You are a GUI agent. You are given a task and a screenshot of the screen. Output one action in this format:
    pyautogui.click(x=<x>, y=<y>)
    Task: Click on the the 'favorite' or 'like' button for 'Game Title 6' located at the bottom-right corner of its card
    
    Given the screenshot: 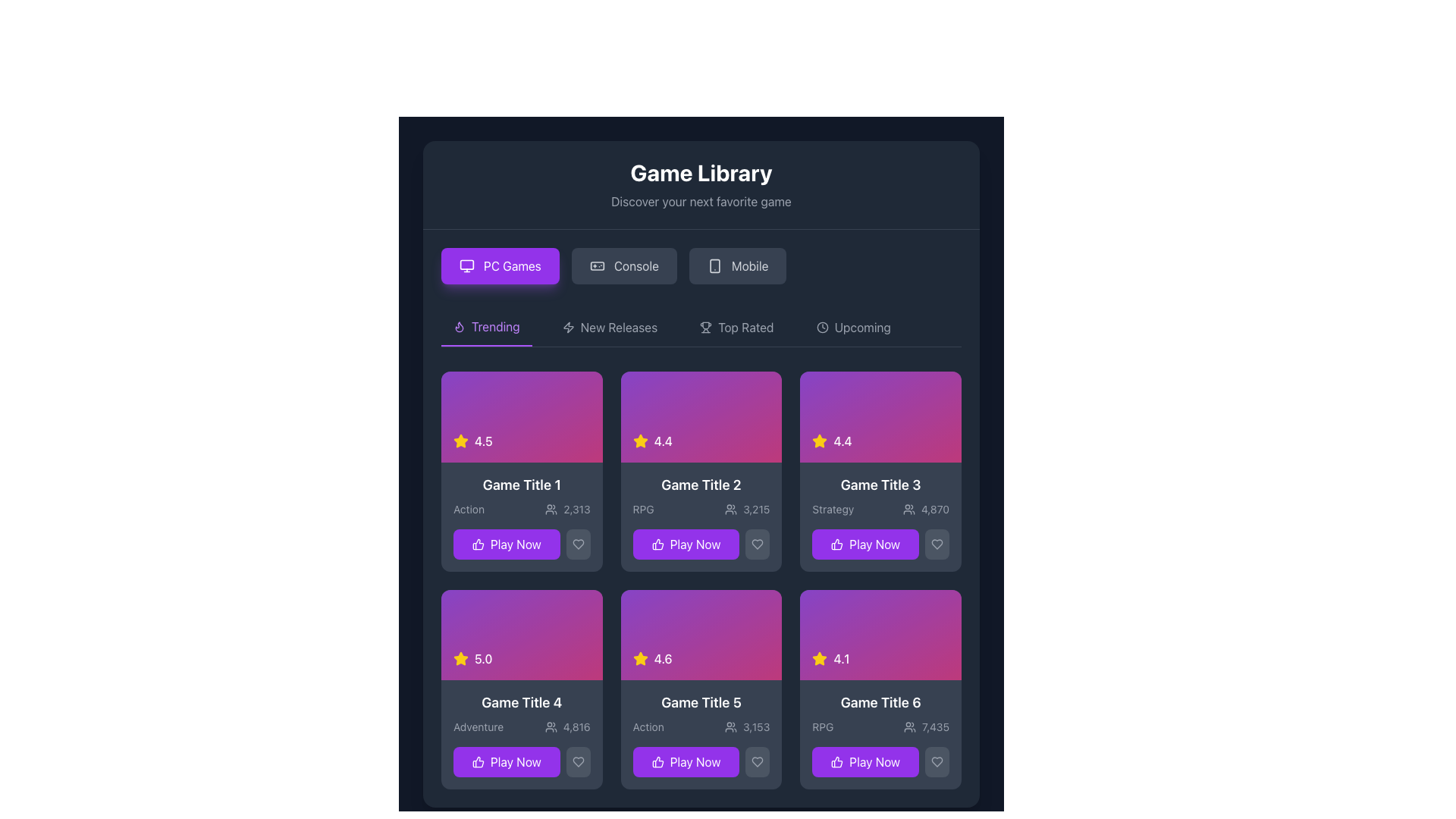 What is the action you would take?
    pyautogui.click(x=937, y=762)
    